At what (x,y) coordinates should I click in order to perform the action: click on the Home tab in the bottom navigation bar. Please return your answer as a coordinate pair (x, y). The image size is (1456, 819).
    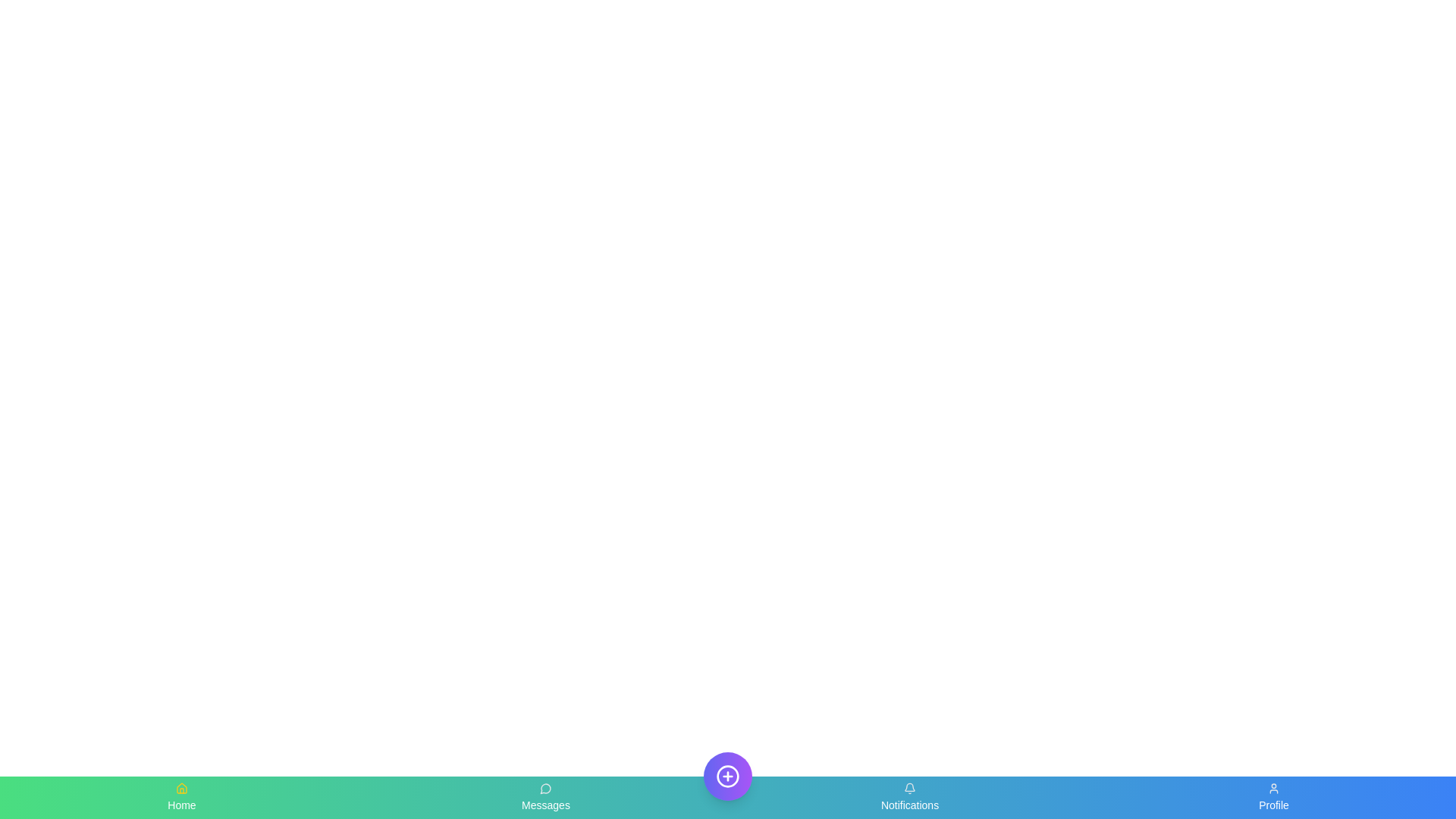
    Looking at the image, I should click on (182, 797).